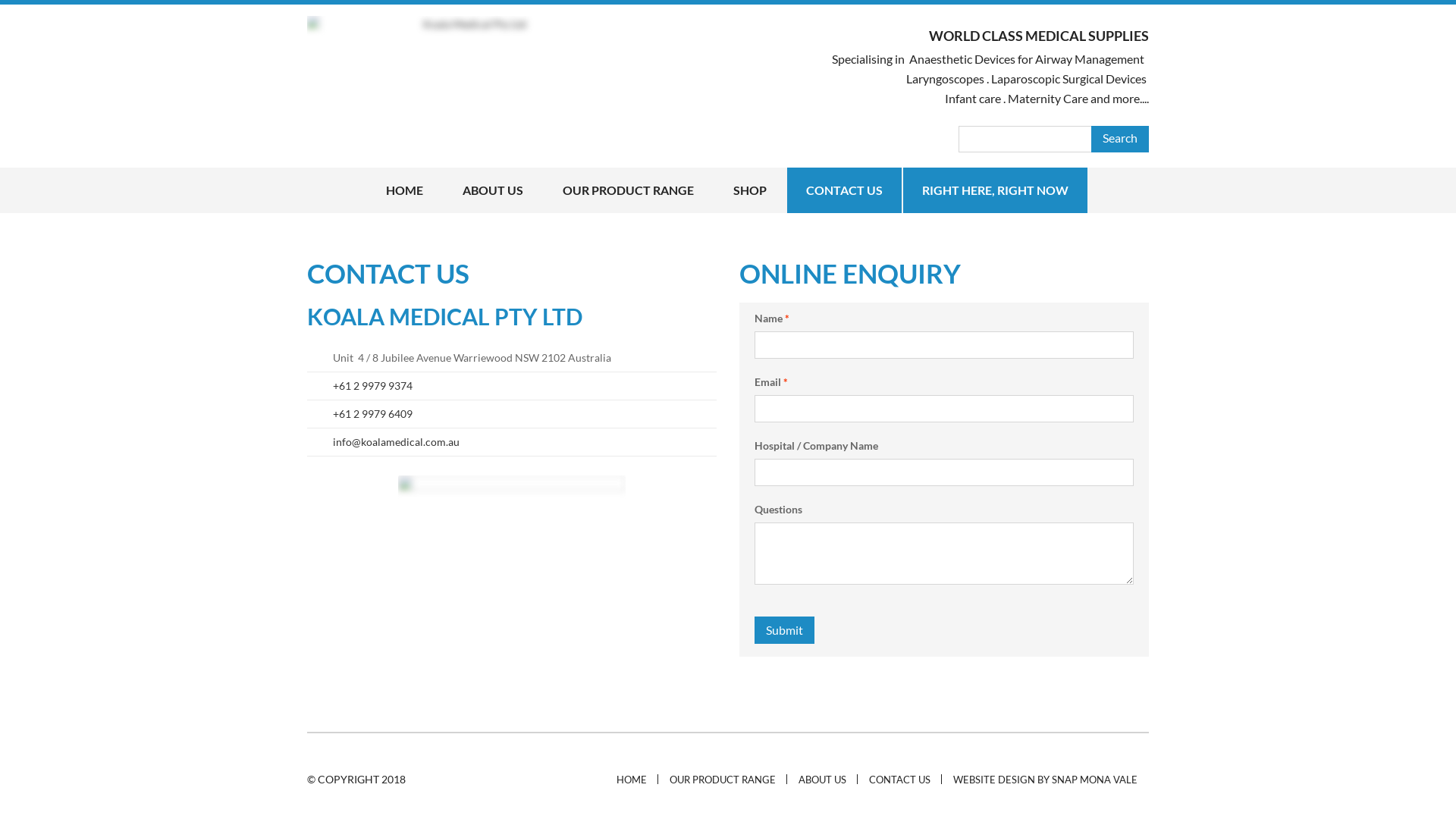 The image size is (1456, 819). Describe the element at coordinates (843, 189) in the screenshot. I see `'CONTACT US'` at that location.